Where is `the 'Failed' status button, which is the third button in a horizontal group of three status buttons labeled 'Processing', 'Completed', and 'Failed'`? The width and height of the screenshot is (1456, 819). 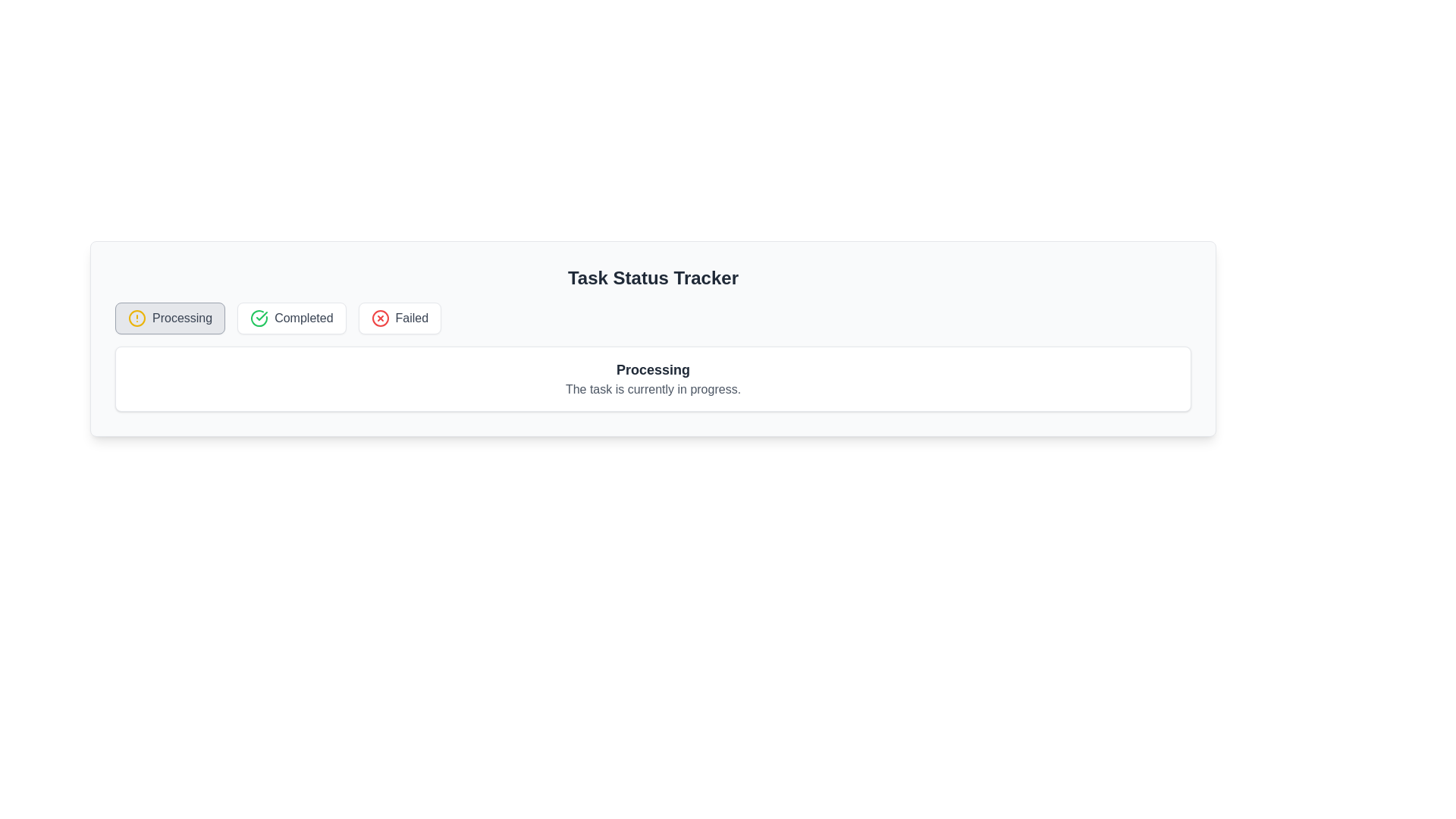 the 'Failed' status button, which is the third button in a horizontal group of three status buttons labeled 'Processing', 'Completed', and 'Failed' is located at coordinates (400, 318).